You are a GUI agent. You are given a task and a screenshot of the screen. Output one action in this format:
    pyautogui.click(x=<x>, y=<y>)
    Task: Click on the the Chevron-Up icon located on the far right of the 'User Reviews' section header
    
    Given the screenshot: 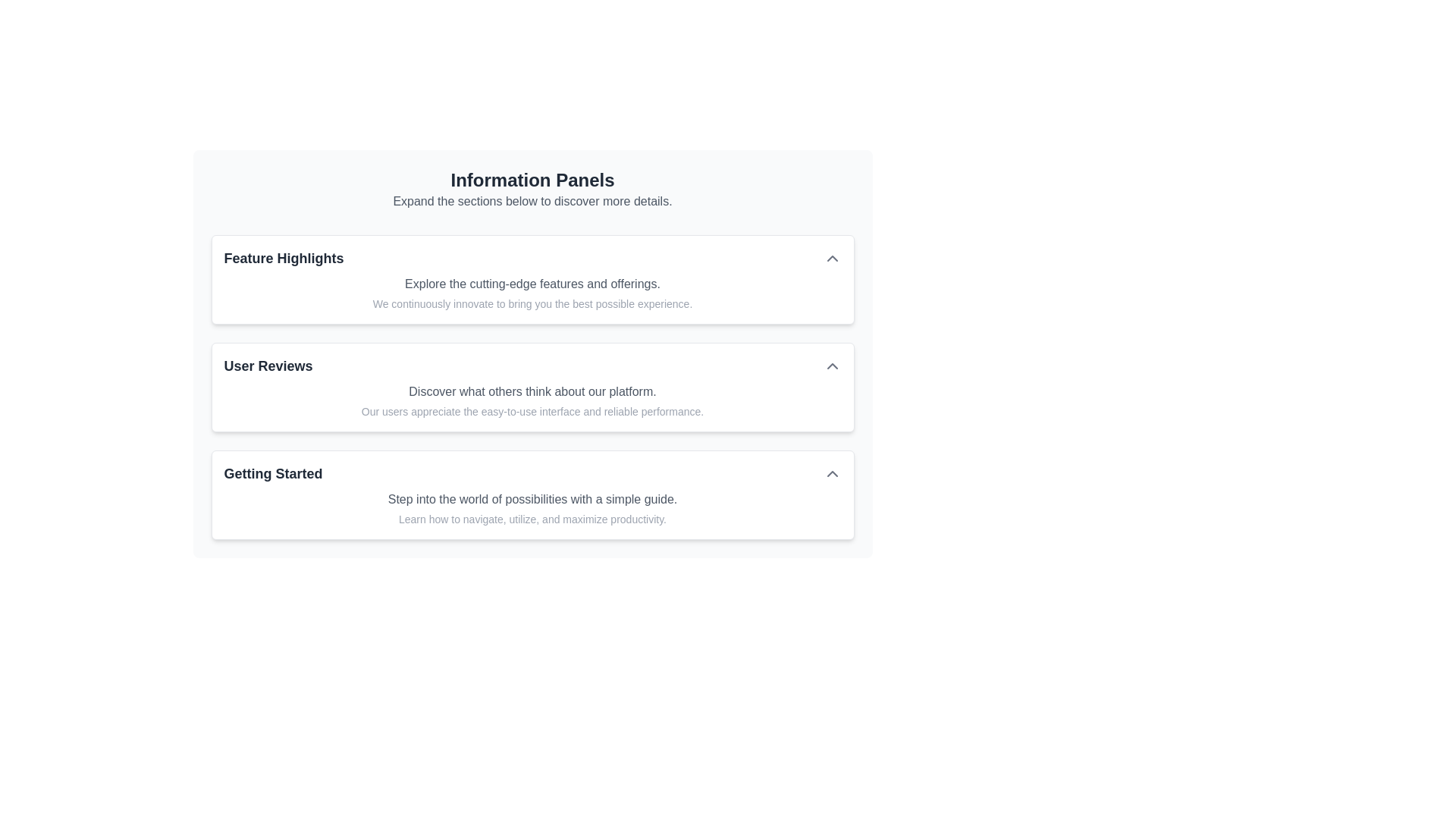 What is the action you would take?
    pyautogui.click(x=831, y=366)
    